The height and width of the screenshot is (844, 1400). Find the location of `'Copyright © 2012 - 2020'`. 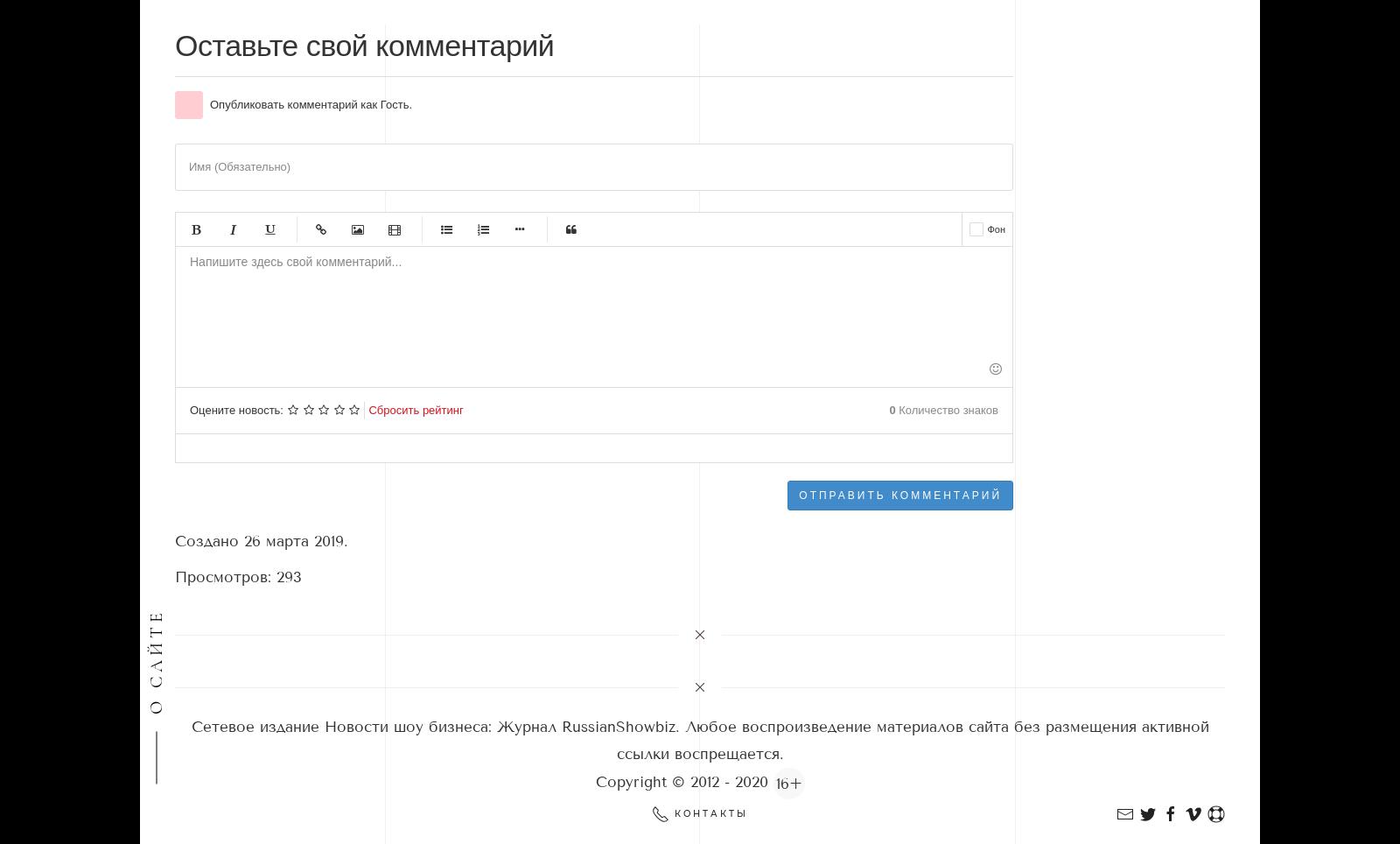

'Copyright © 2012 - 2020' is located at coordinates (683, 781).